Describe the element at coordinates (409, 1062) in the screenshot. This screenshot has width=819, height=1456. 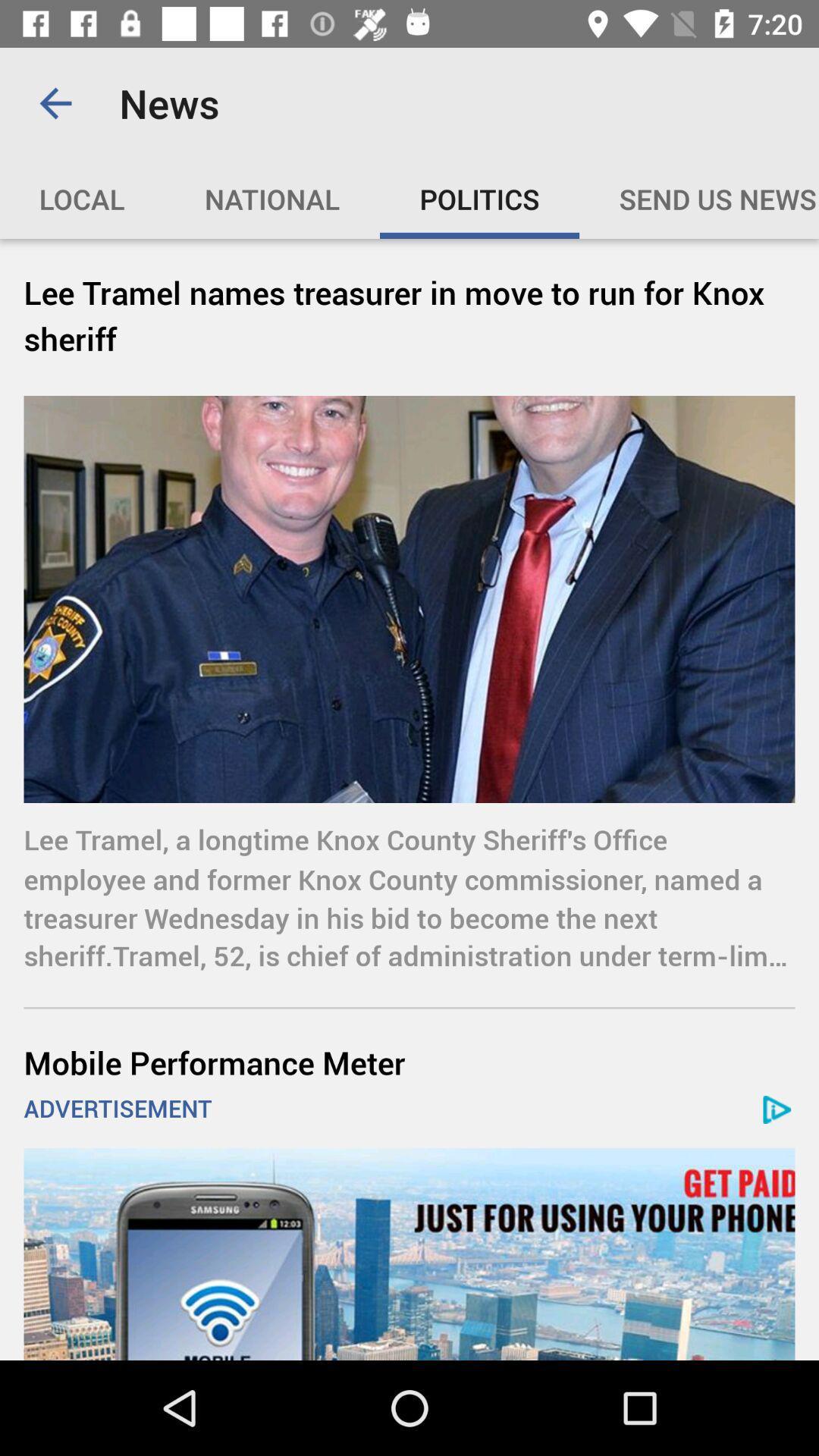
I see `mobile performance meter item` at that location.